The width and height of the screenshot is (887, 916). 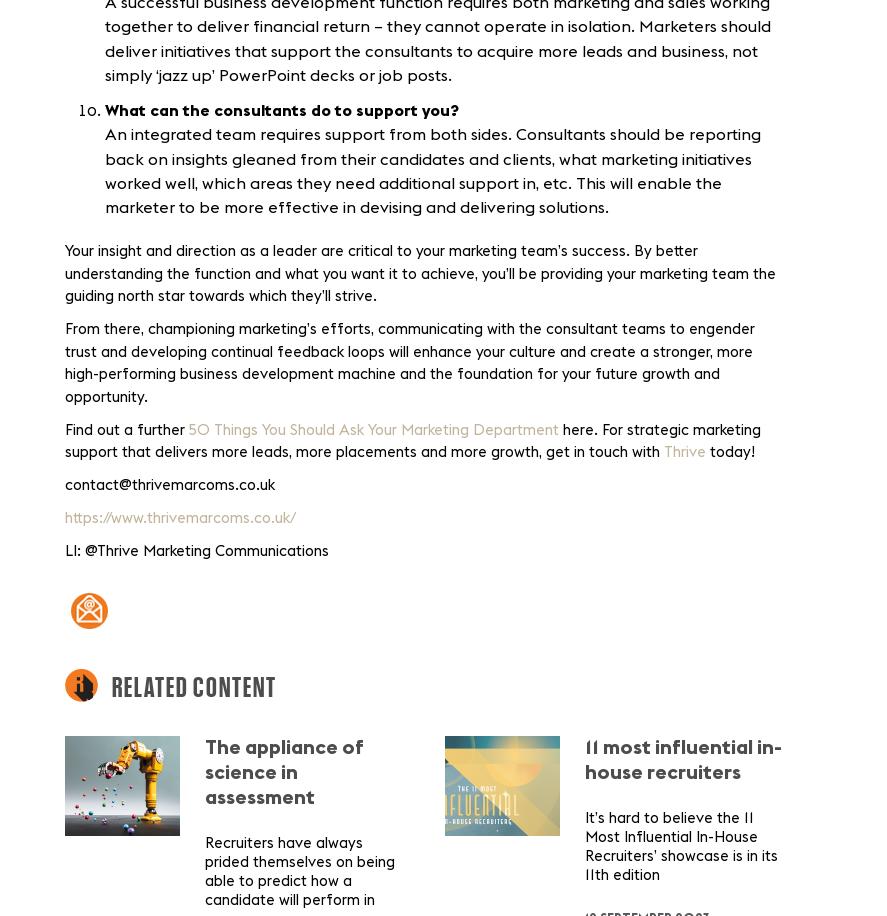 I want to click on 'What can the consultants do to support you?', so click(x=105, y=109).